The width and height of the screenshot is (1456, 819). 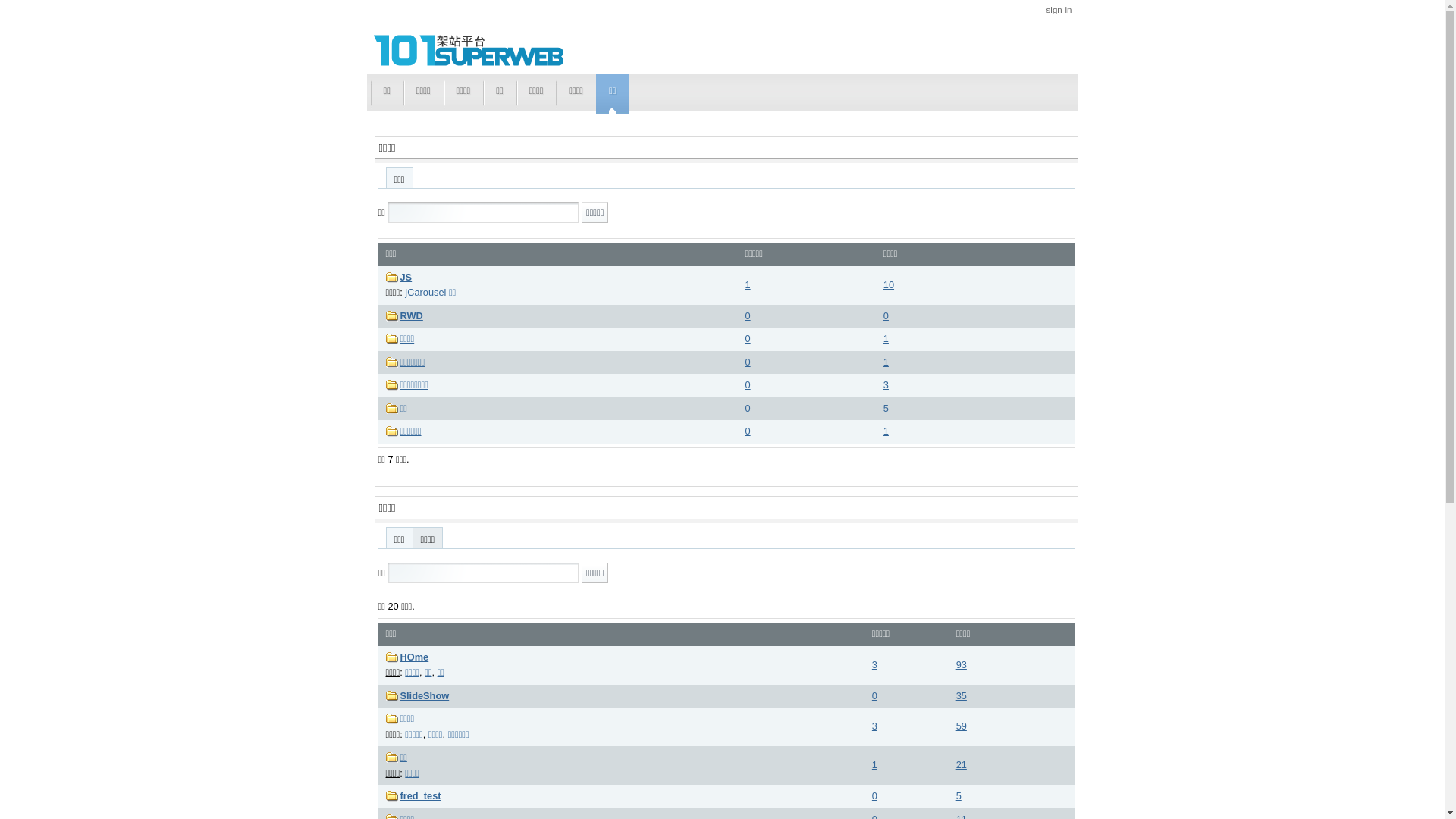 What do you see at coordinates (960, 695) in the screenshot?
I see `'35'` at bounding box center [960, 695].